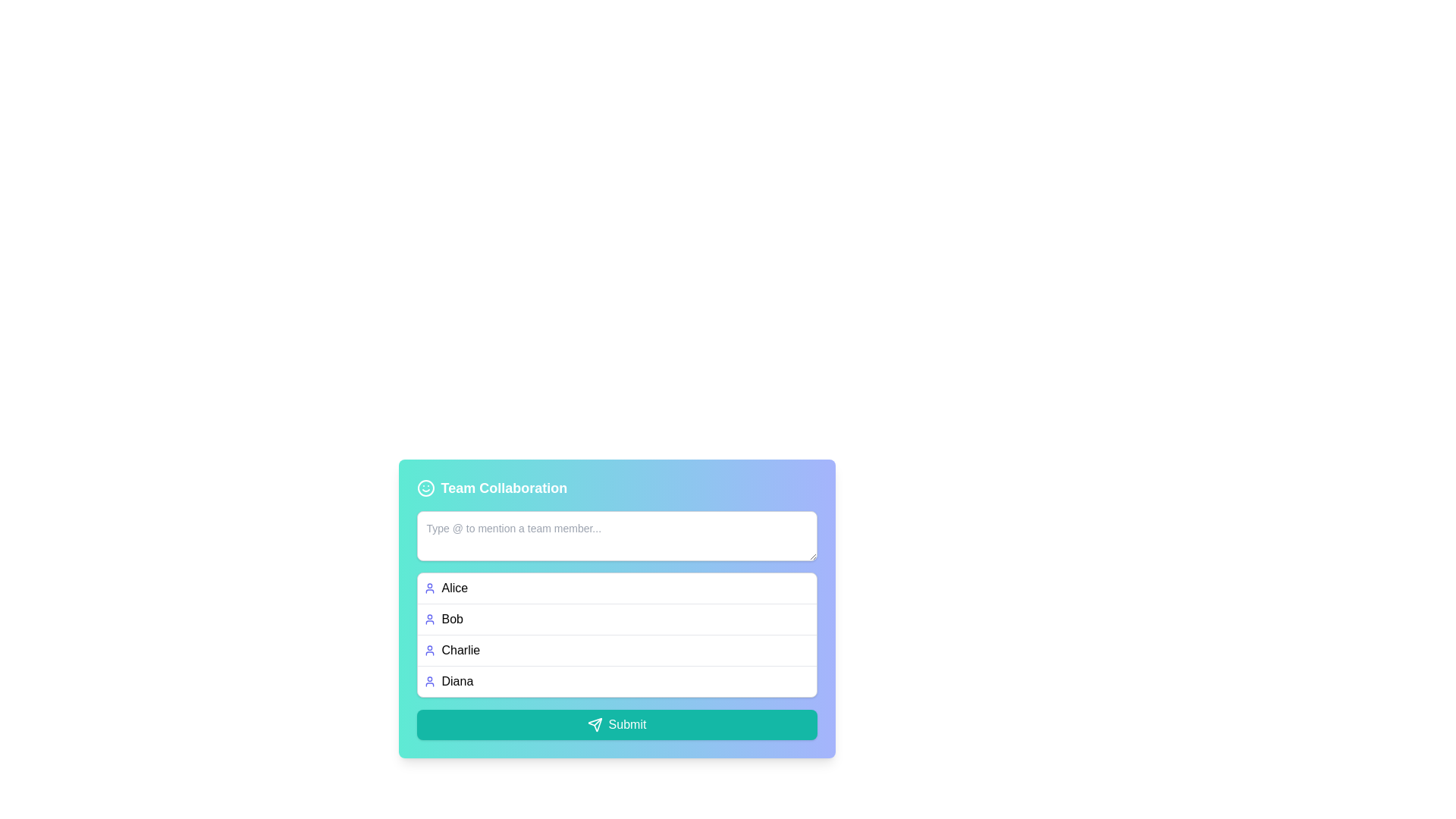  I want to click on the 'Submit' button which contains the decorative icon for form submission, located at the bottom of the form, so click(594, 724).